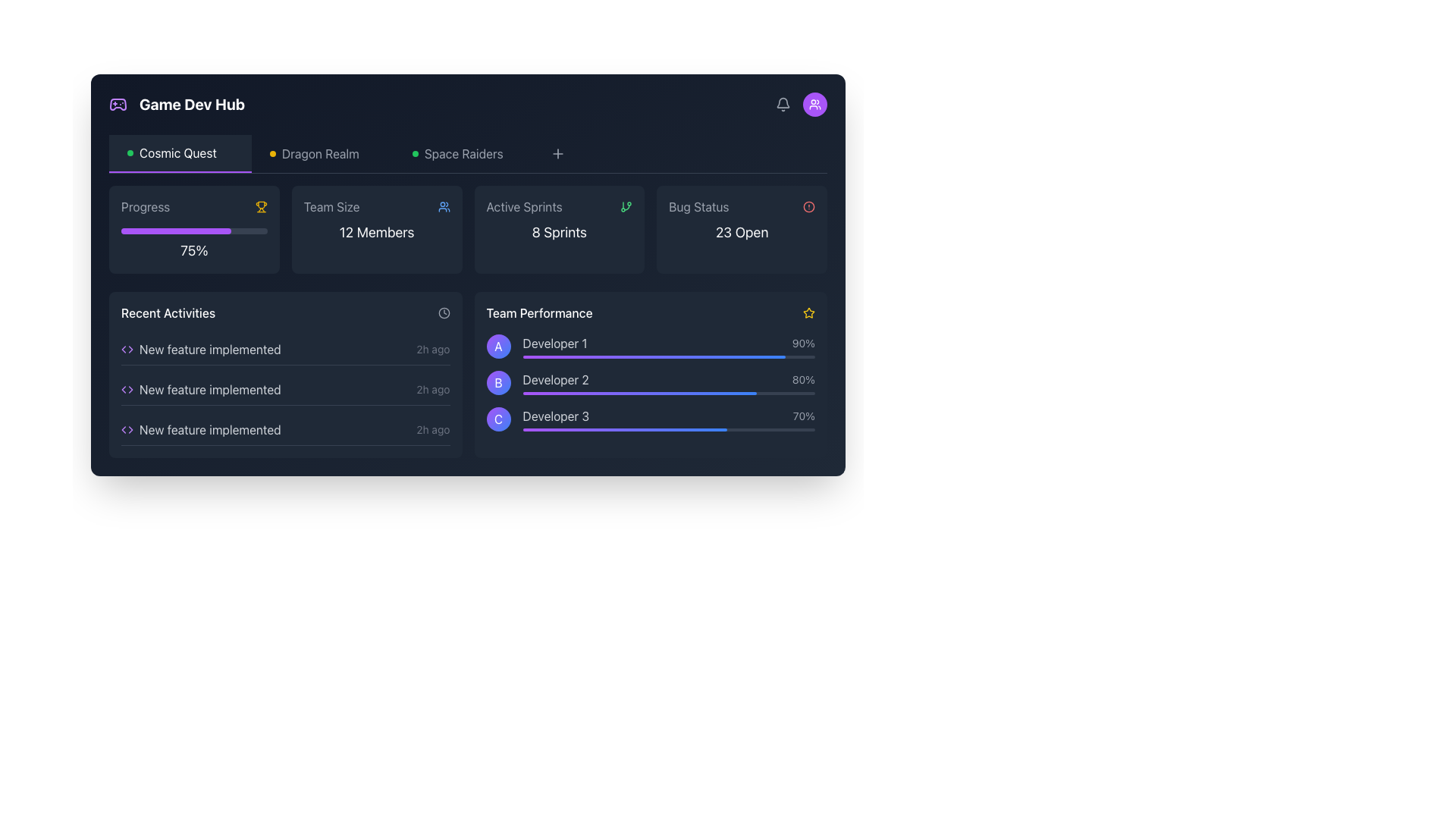 The width and height of the screenshot is (1456, 819). I want to click on the text label identifying the team member 'Developer 2' in the 'Team Performance' section, located in row 'B', so click(555, 379).